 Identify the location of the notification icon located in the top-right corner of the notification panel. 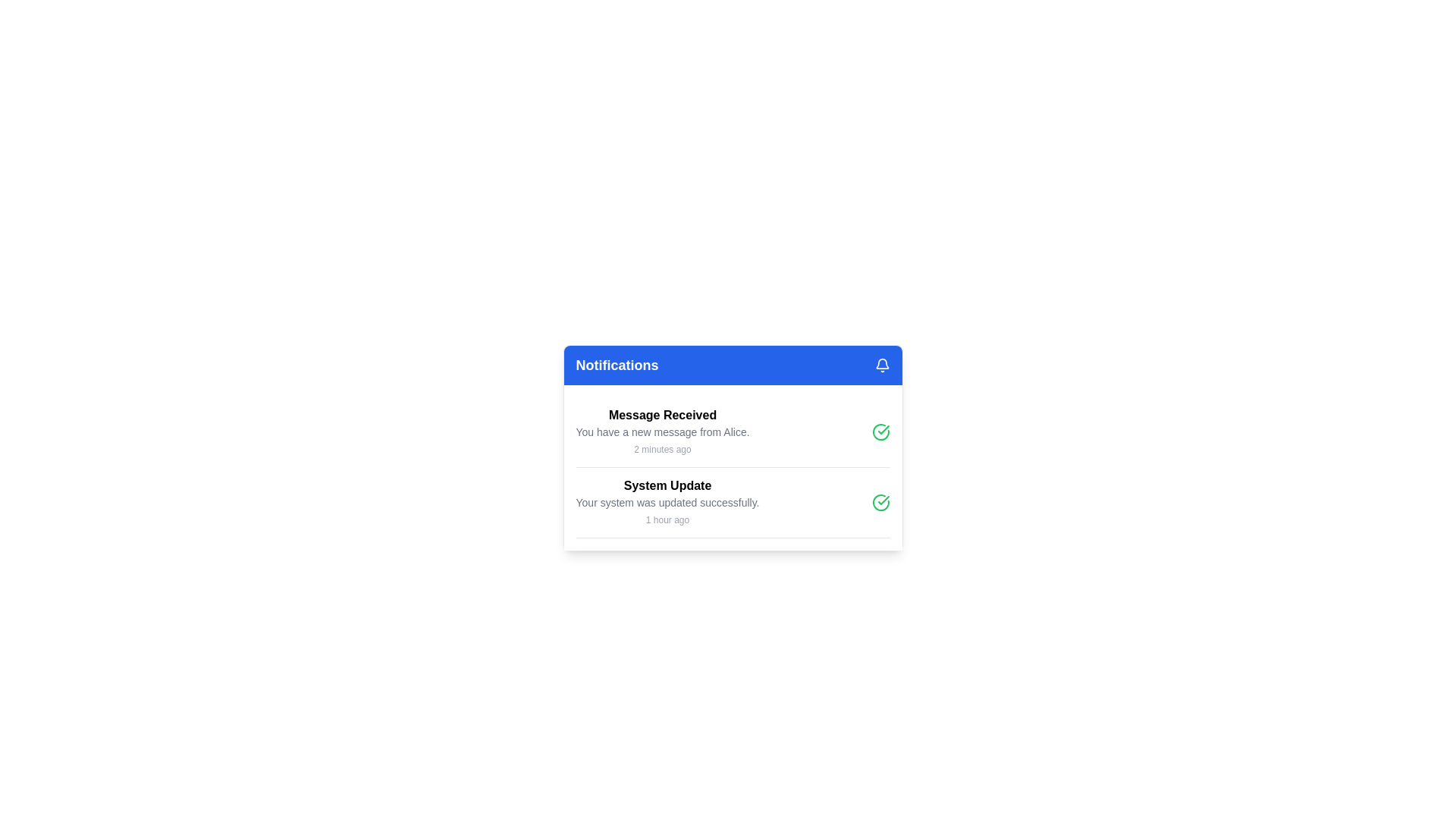
(882, 363).